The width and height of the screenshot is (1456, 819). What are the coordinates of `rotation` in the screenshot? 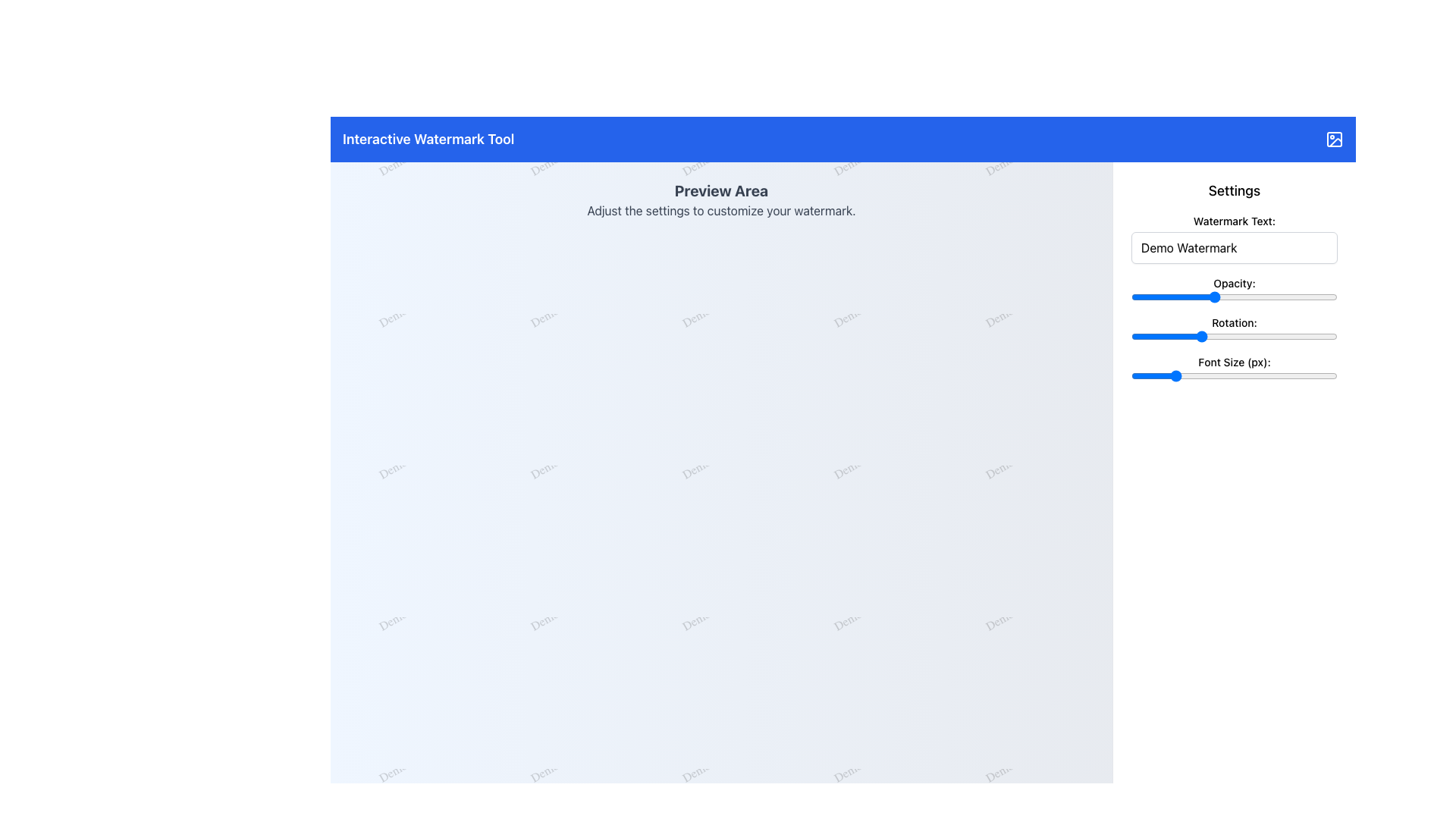 It's located at (1181, 335).